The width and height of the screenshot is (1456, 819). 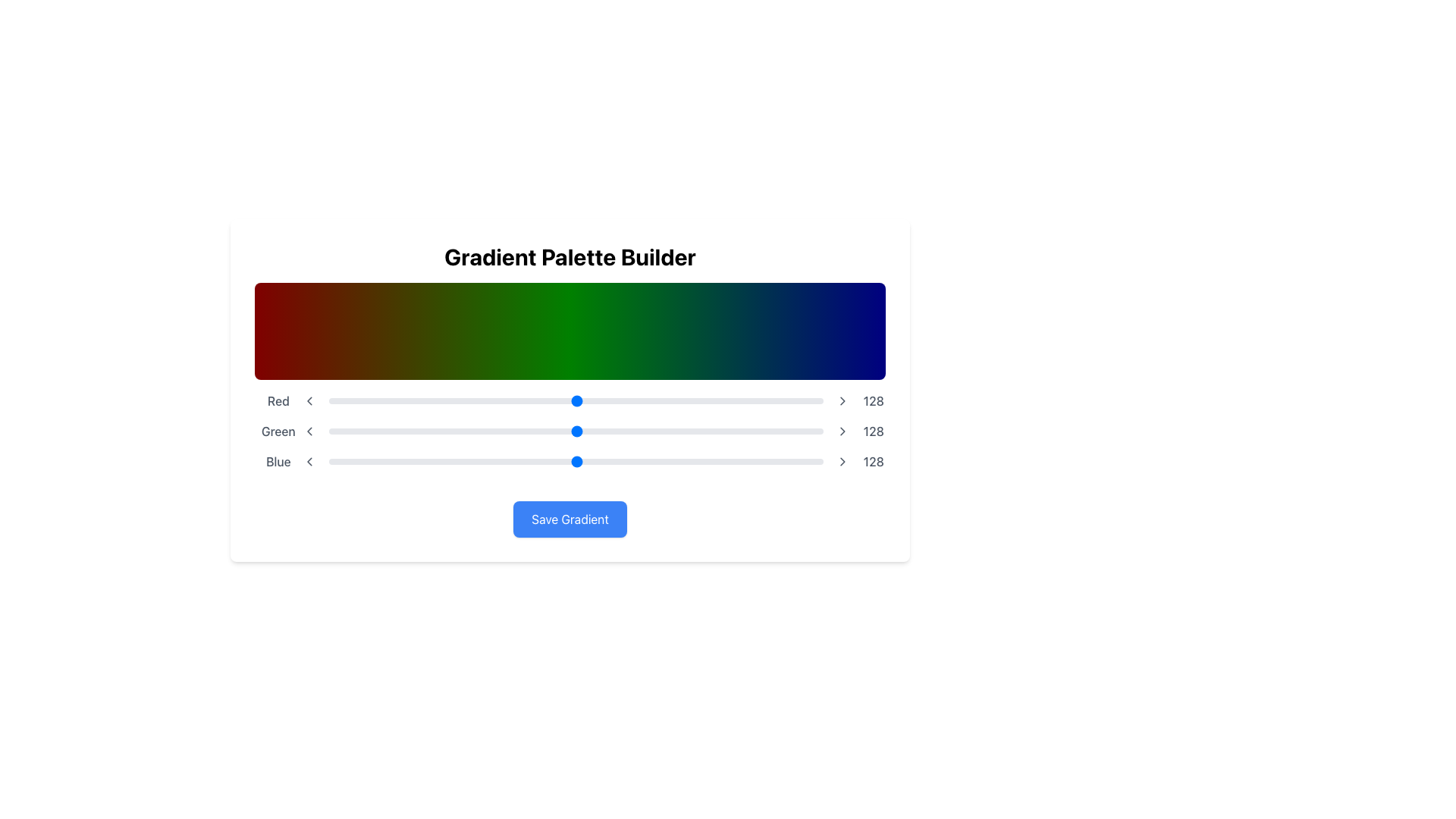 What do you see at coordinates (309, 461) in the screenshot?
I see `the left-chevron icon button to decrease the value for the 'Blue' color adjustment` at bounding box center [309, 461].